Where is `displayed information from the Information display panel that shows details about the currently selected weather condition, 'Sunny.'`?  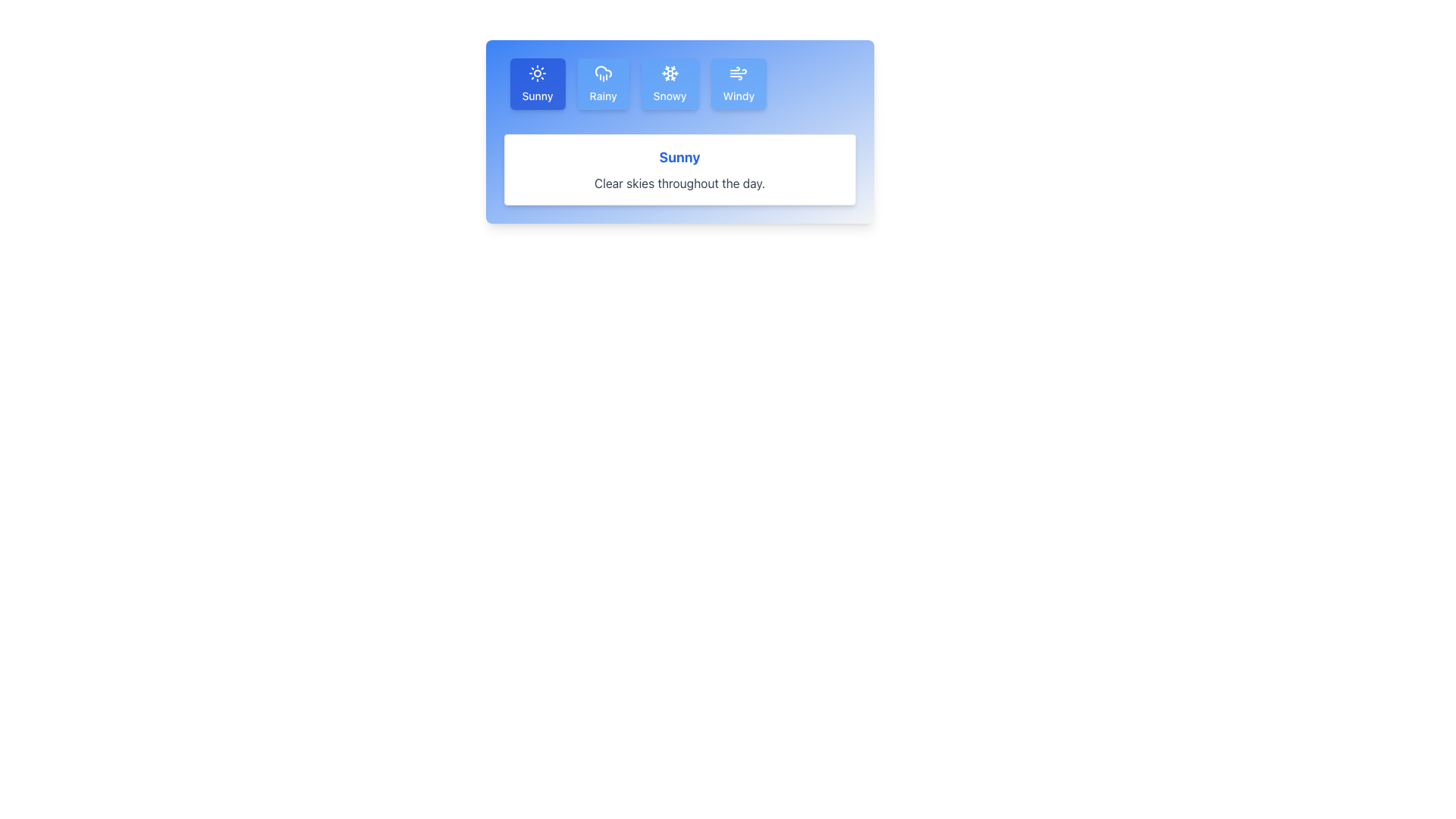
displayed information from the Information display panel that shows details about the currently selected weather condition, 'Sunny.' is located at coordinates (679, 169).